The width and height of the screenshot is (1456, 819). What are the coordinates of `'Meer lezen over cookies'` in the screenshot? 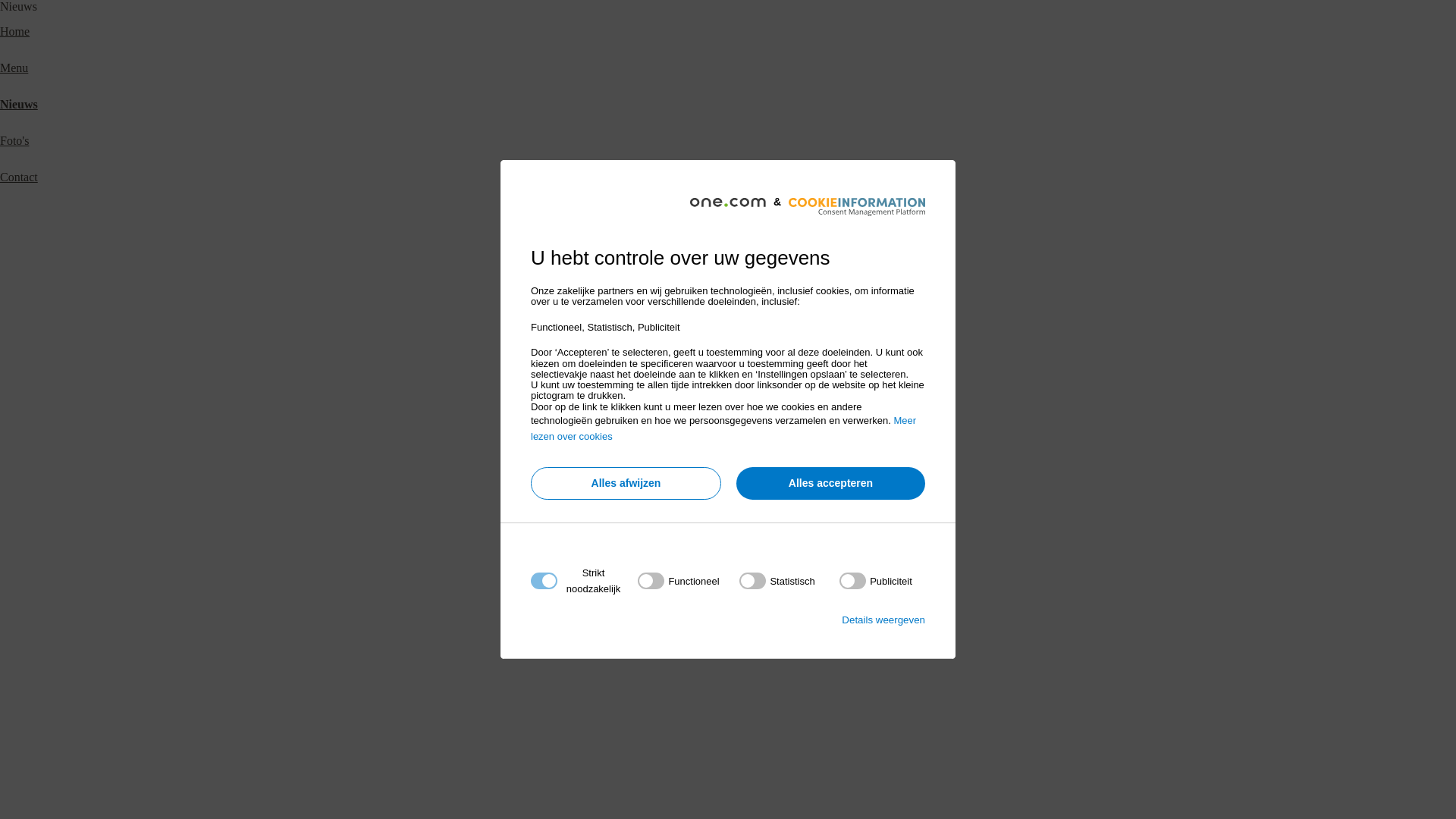 It's located at (723, 428).